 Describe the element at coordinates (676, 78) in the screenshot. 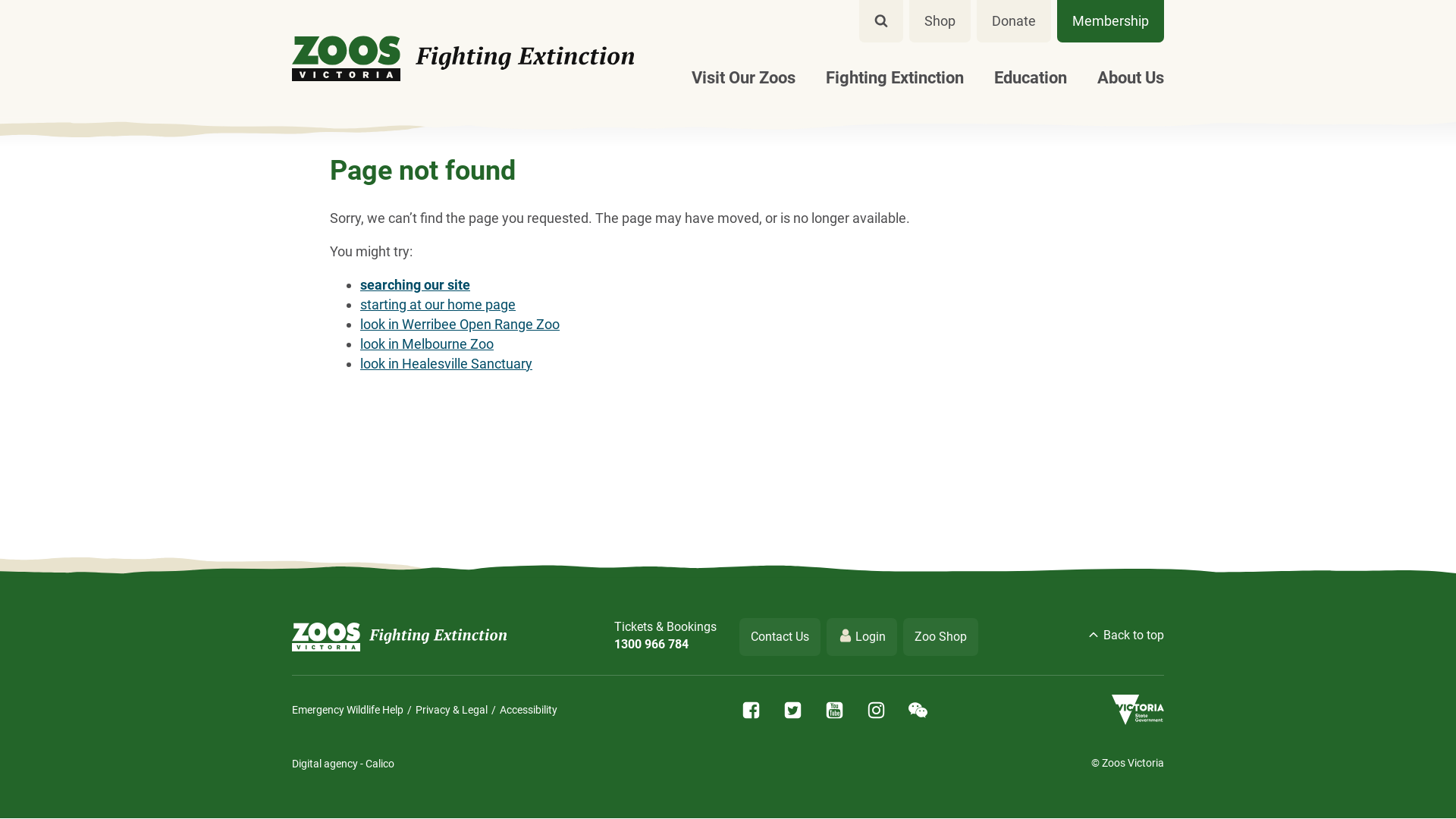

I see `'Visit Our Zoos'` at that location.